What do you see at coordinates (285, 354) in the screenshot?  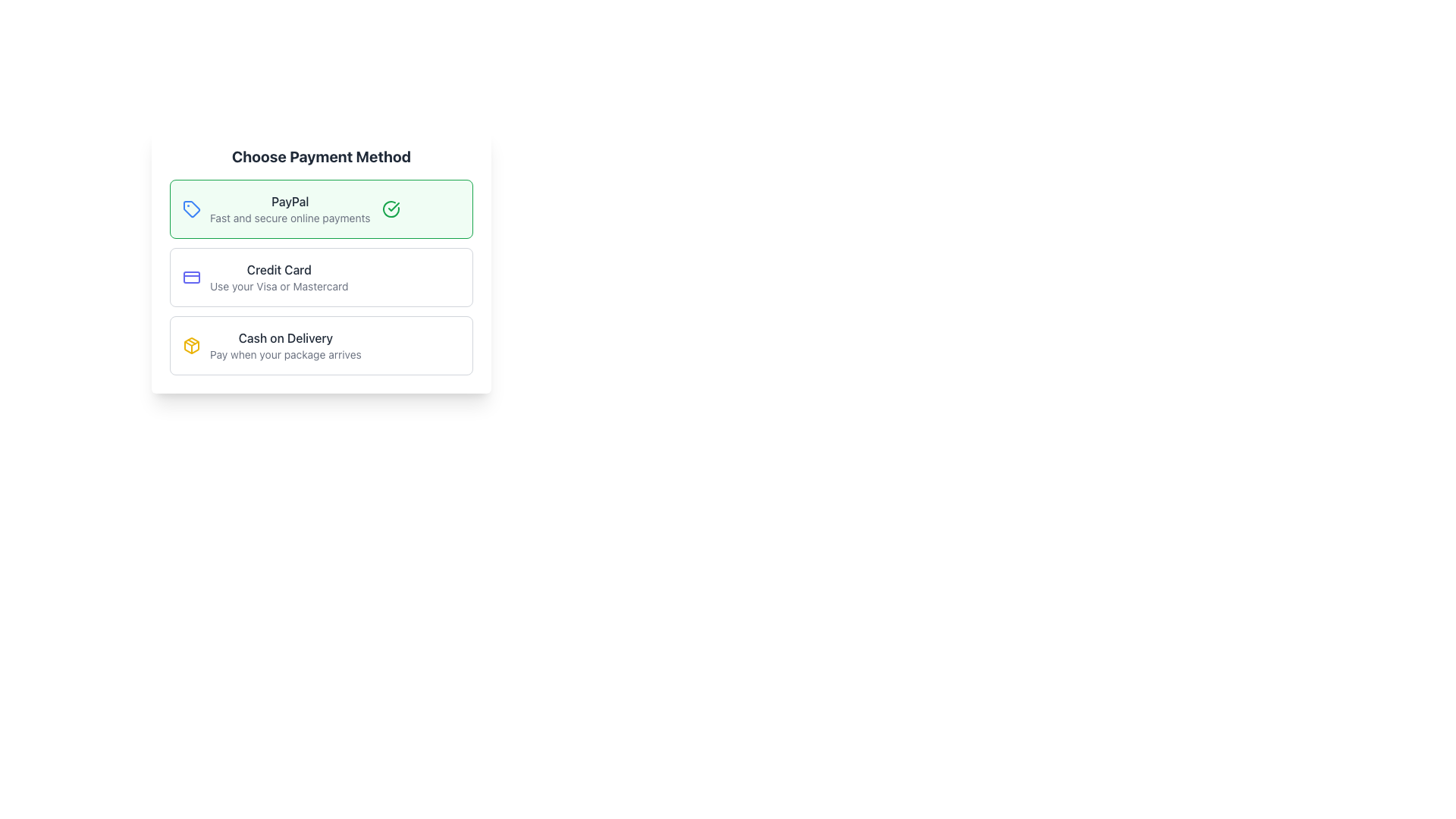 I see `the text element stating 'Pay when your package arrives', located below 'Cash on Delivery' in the 'Choose Payment Method' section` at bounding box center [285, 354].